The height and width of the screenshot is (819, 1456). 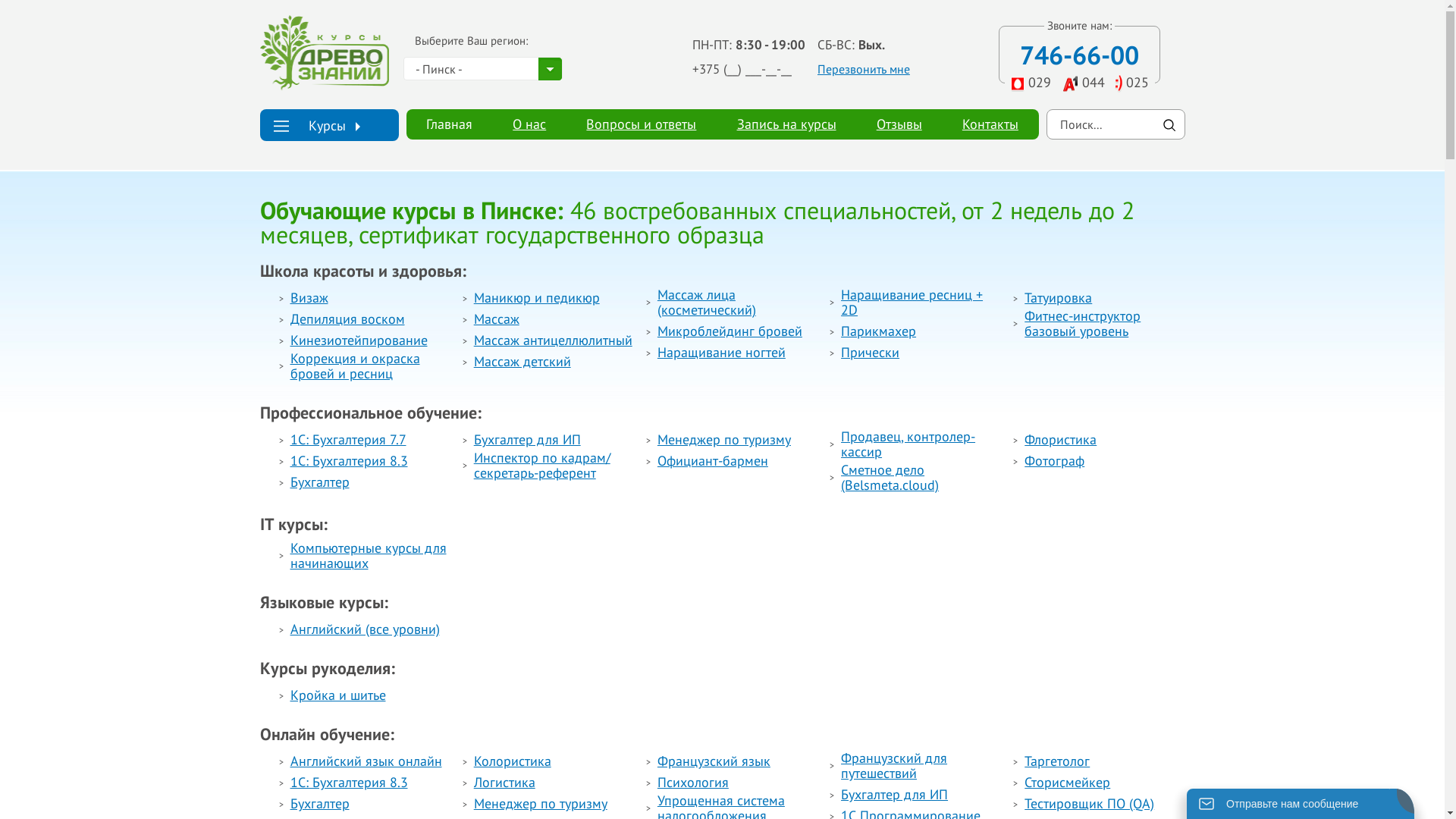 What do you see at coordinates (1078, 54) in the screenshot?
I see `'746-66-00'` at bounding box center [1078, 54].